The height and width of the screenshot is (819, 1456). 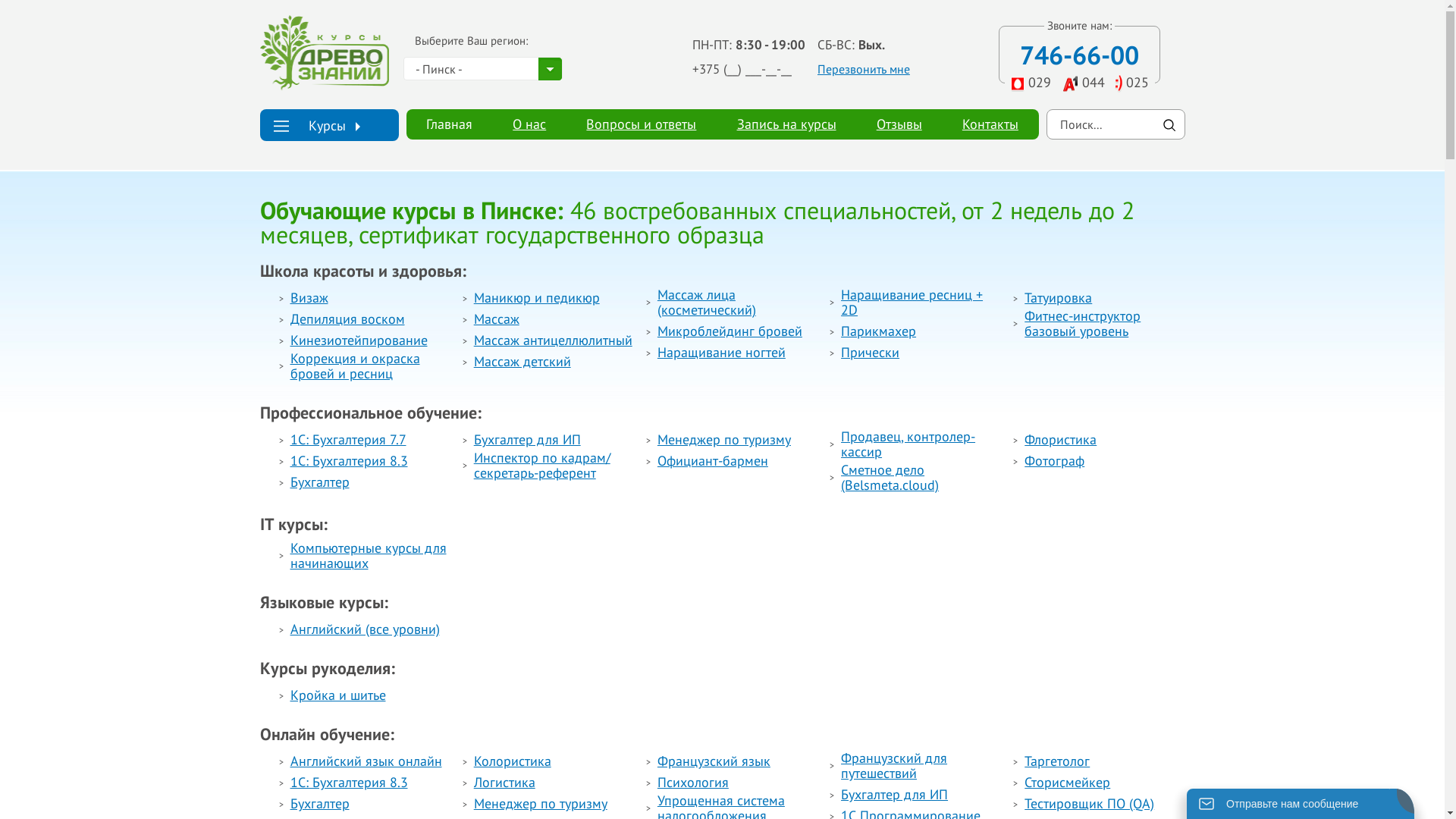 What do you see at coordinates (1078, 54) in the screenshot?
I see `'746-66-00'` at bounding box center [1078, 54].